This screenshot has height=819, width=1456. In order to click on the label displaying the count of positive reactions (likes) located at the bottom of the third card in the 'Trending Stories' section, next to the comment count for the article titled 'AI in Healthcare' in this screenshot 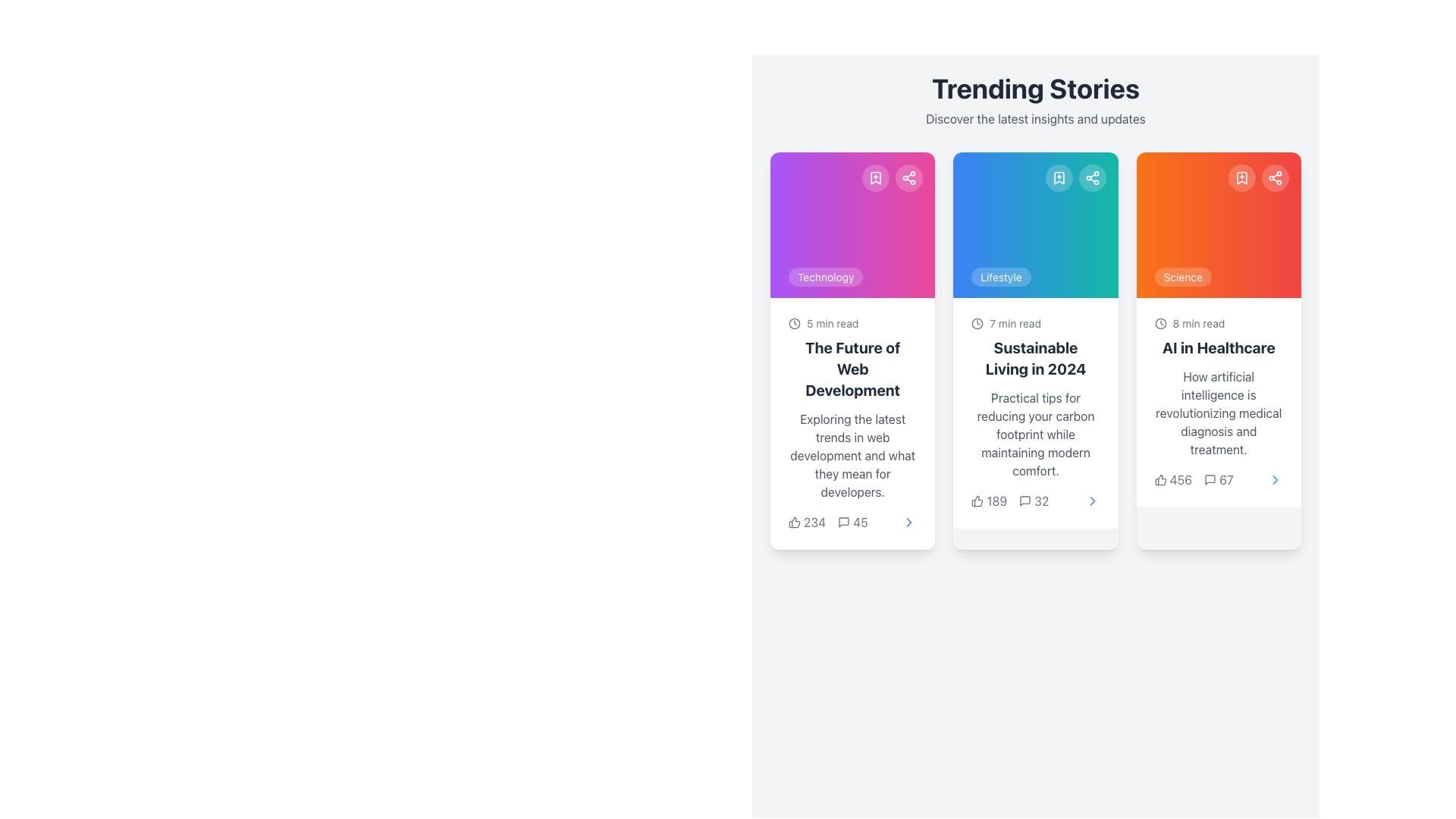, I will do `click(1193, 479)`.